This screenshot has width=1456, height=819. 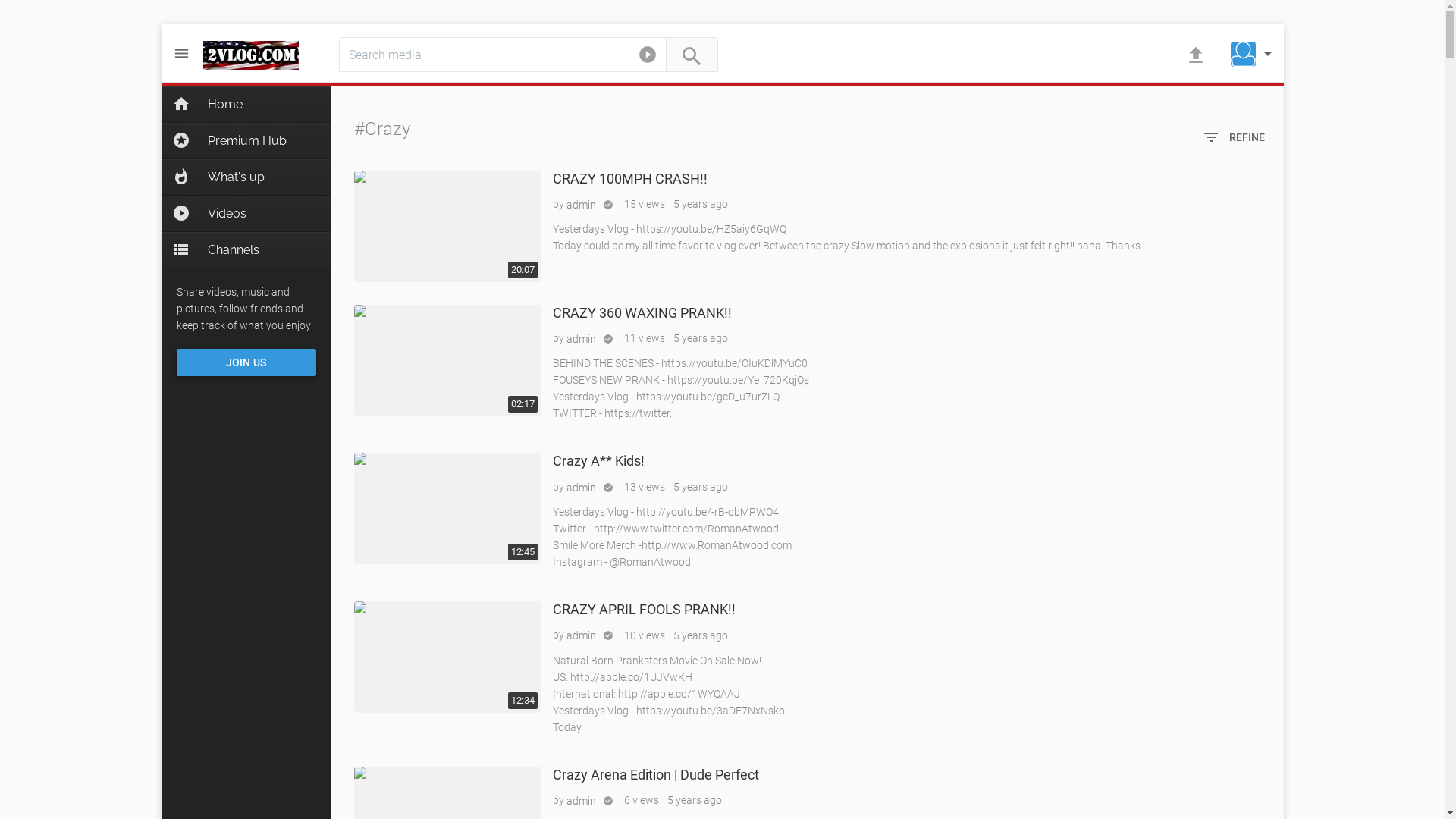 I want to click on 'Crazy A** Kids!', so click(x=597, y=460).